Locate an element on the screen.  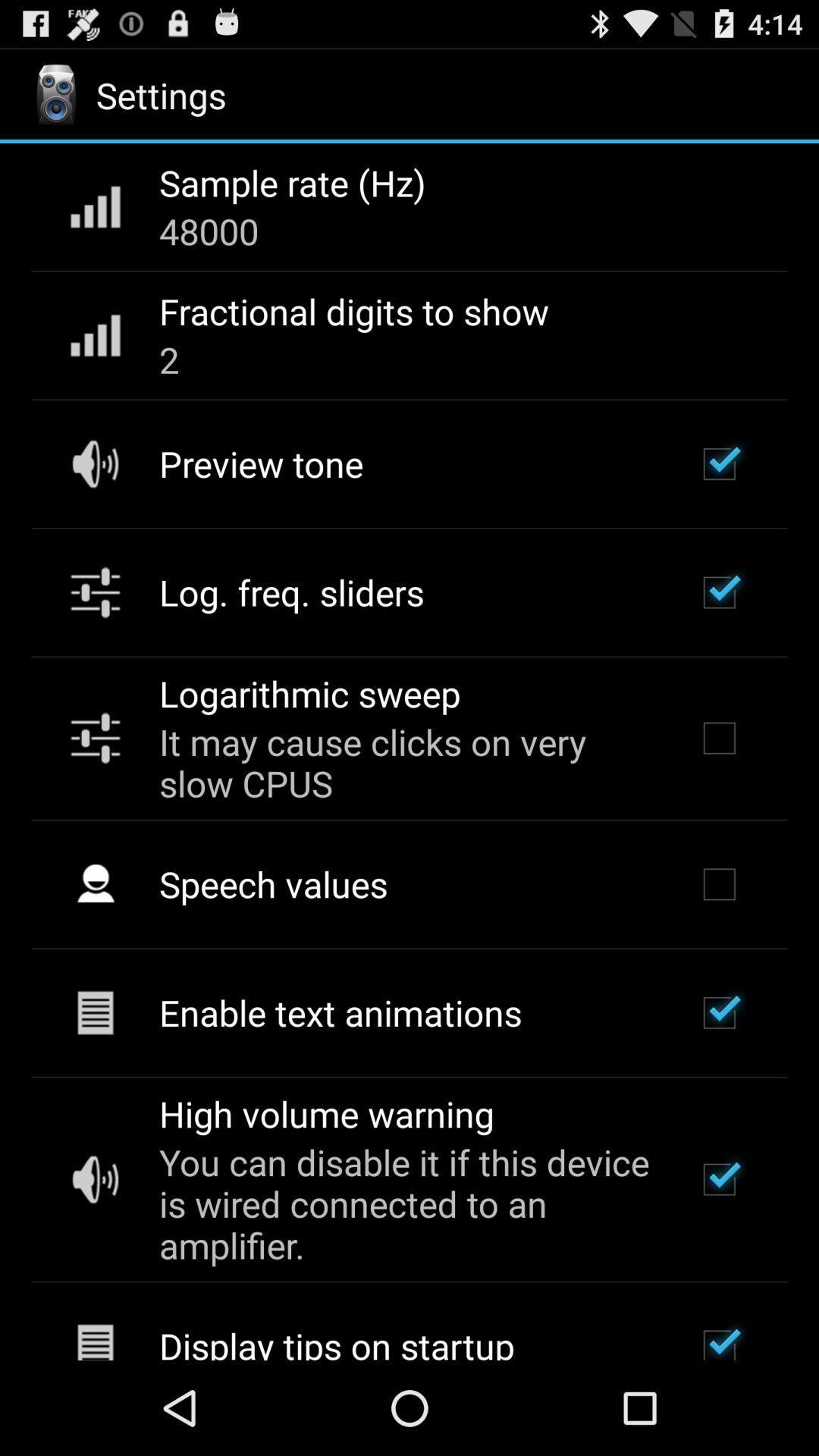
item above you can disable icon is located at coordinates (325, 1113).